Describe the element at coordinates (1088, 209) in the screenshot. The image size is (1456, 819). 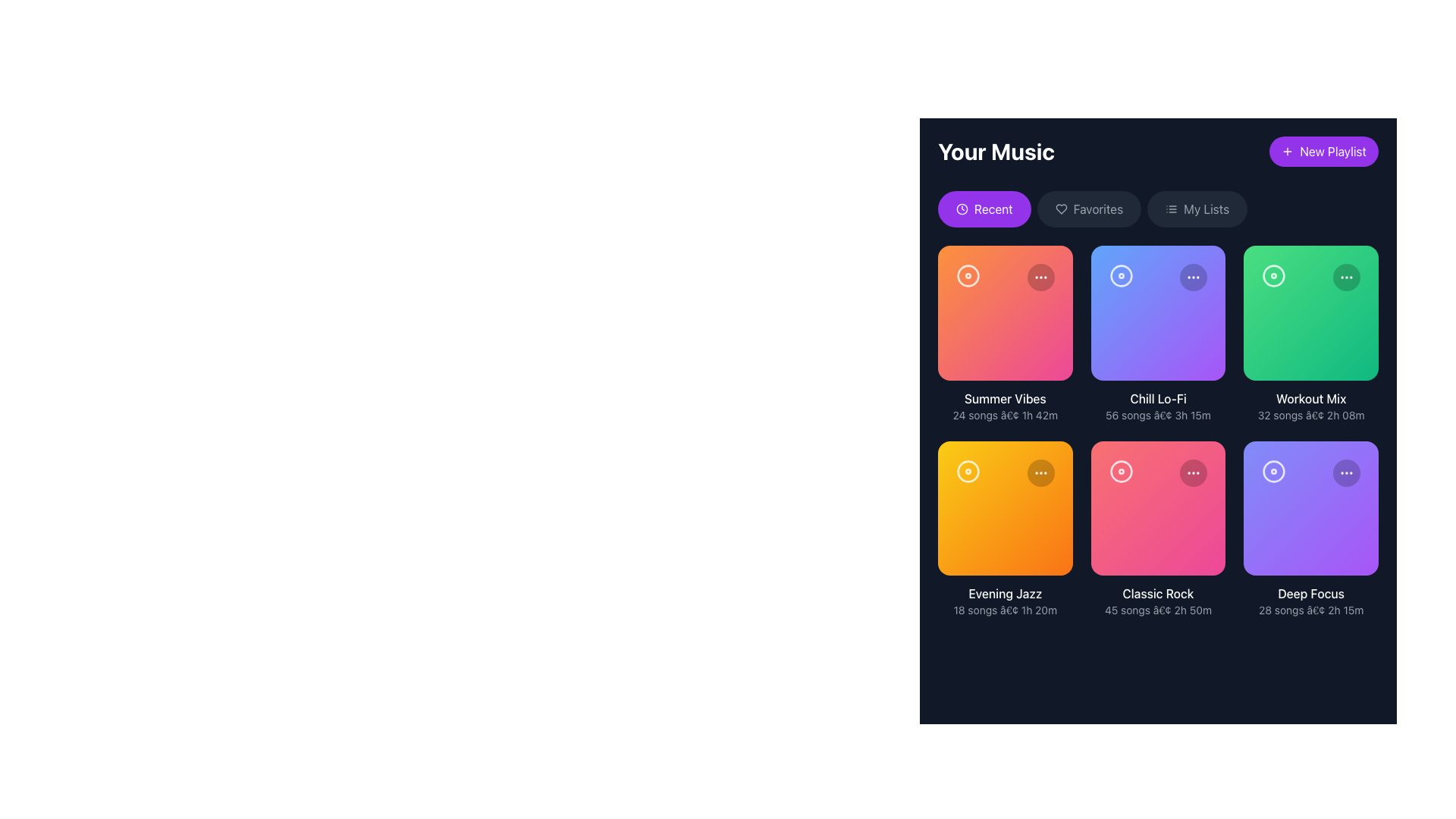
I see `the favorites button, which is the second button in a group of three at the top of the UI` at that location.